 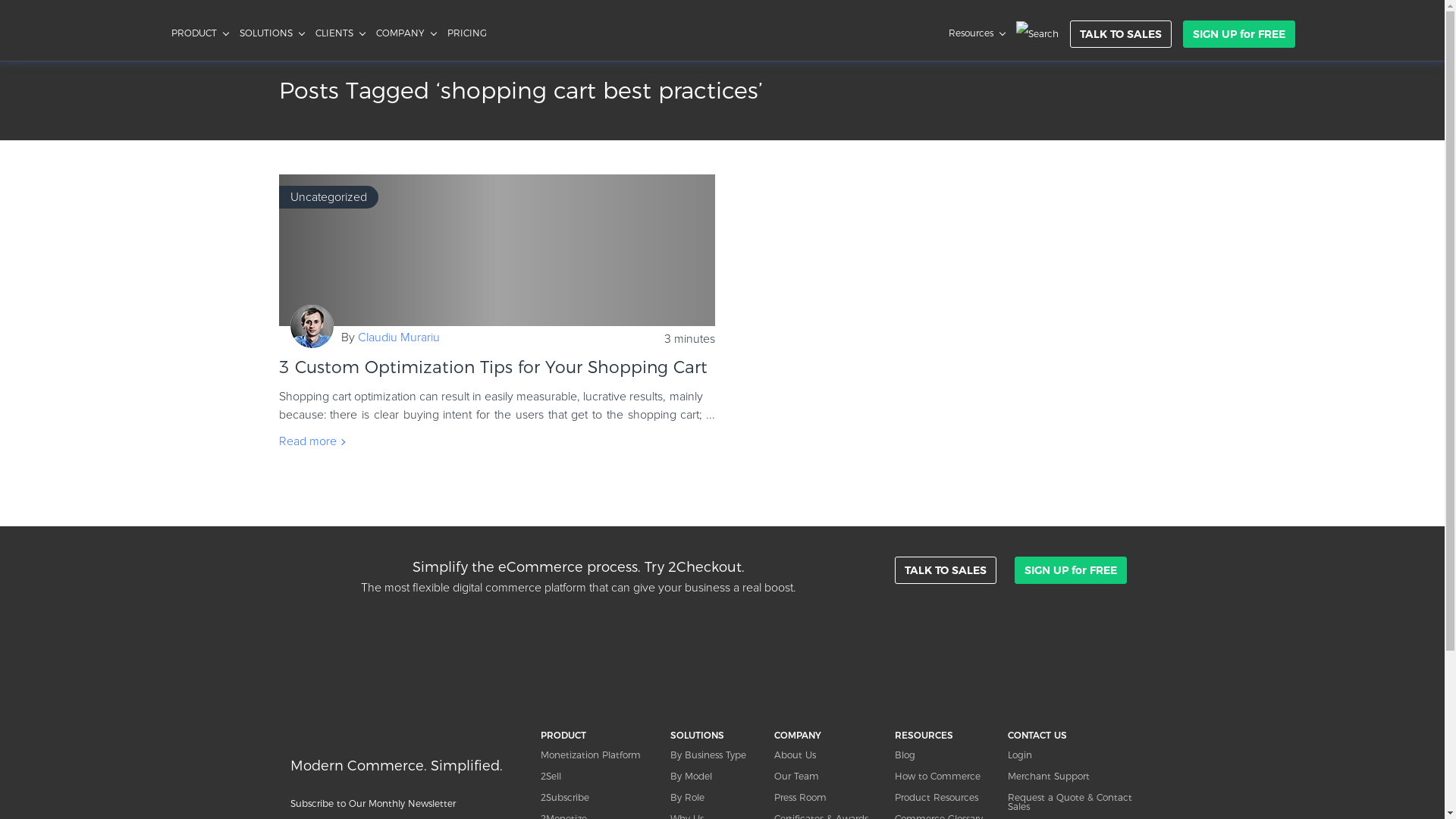 What do you see at coordinates (712, 797) in the screenshot?
I see `'By Role'` at bounding box center [712, 797].